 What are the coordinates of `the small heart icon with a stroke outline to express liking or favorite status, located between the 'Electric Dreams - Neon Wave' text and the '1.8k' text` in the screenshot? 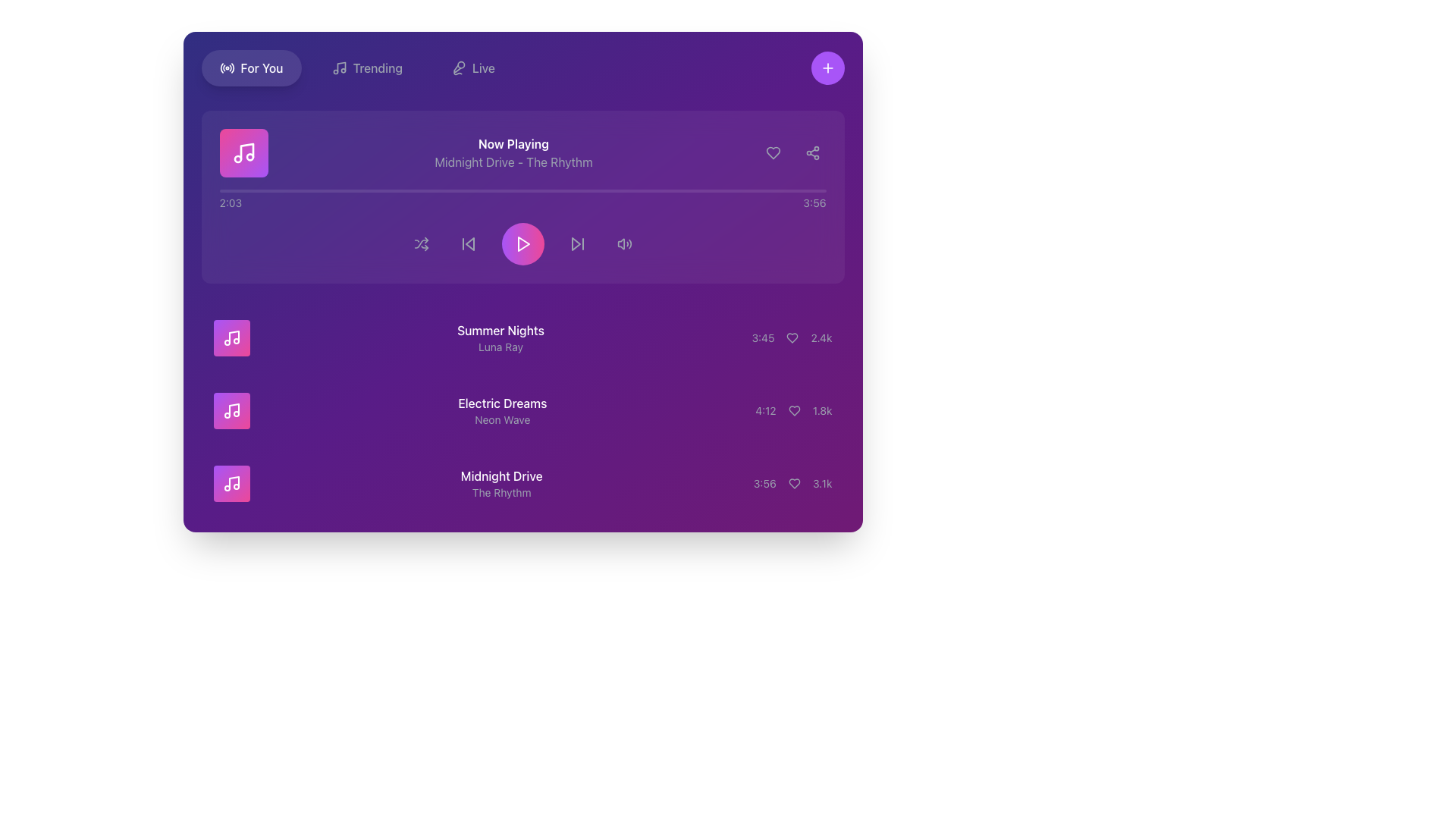 It's located at (793, 411).